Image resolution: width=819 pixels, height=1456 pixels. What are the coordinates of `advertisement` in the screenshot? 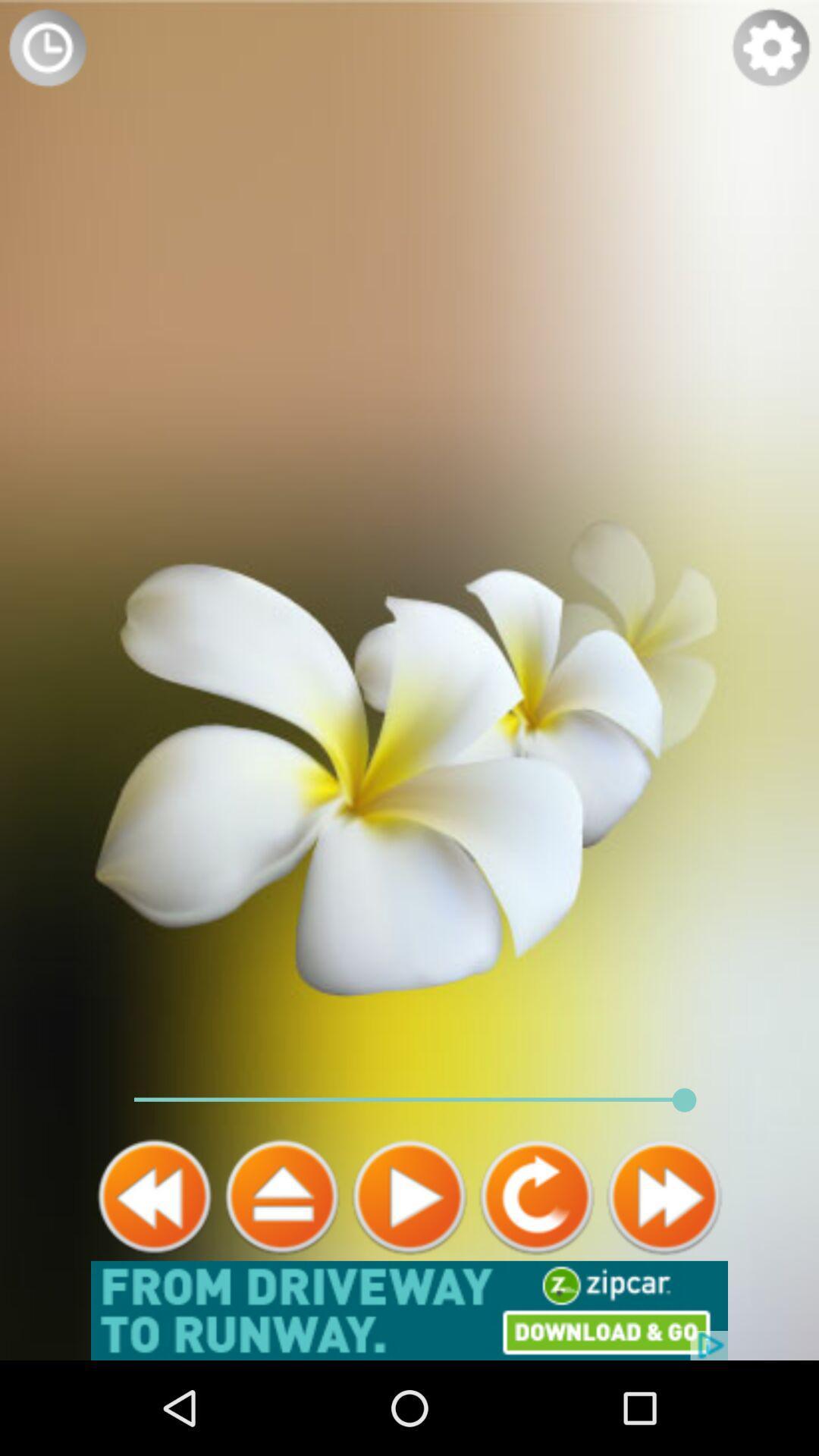 It's located at (409, 1310).